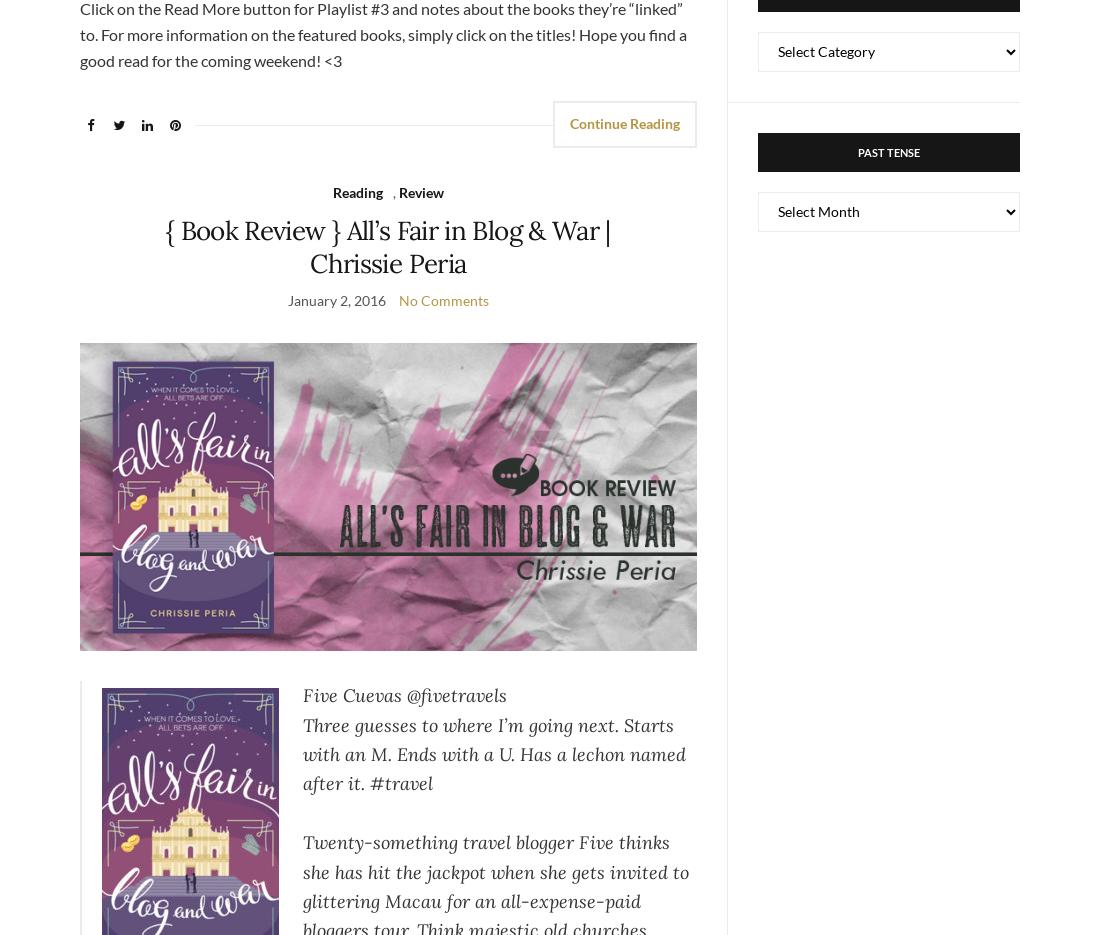 The height and width of the screenshot is (935, 1100). Describe the element at coordinates (164, 247) in the screenshot. I see `'{ Book Review } All’s Fair in Blog & War | Chrissie Peria'` at that location.